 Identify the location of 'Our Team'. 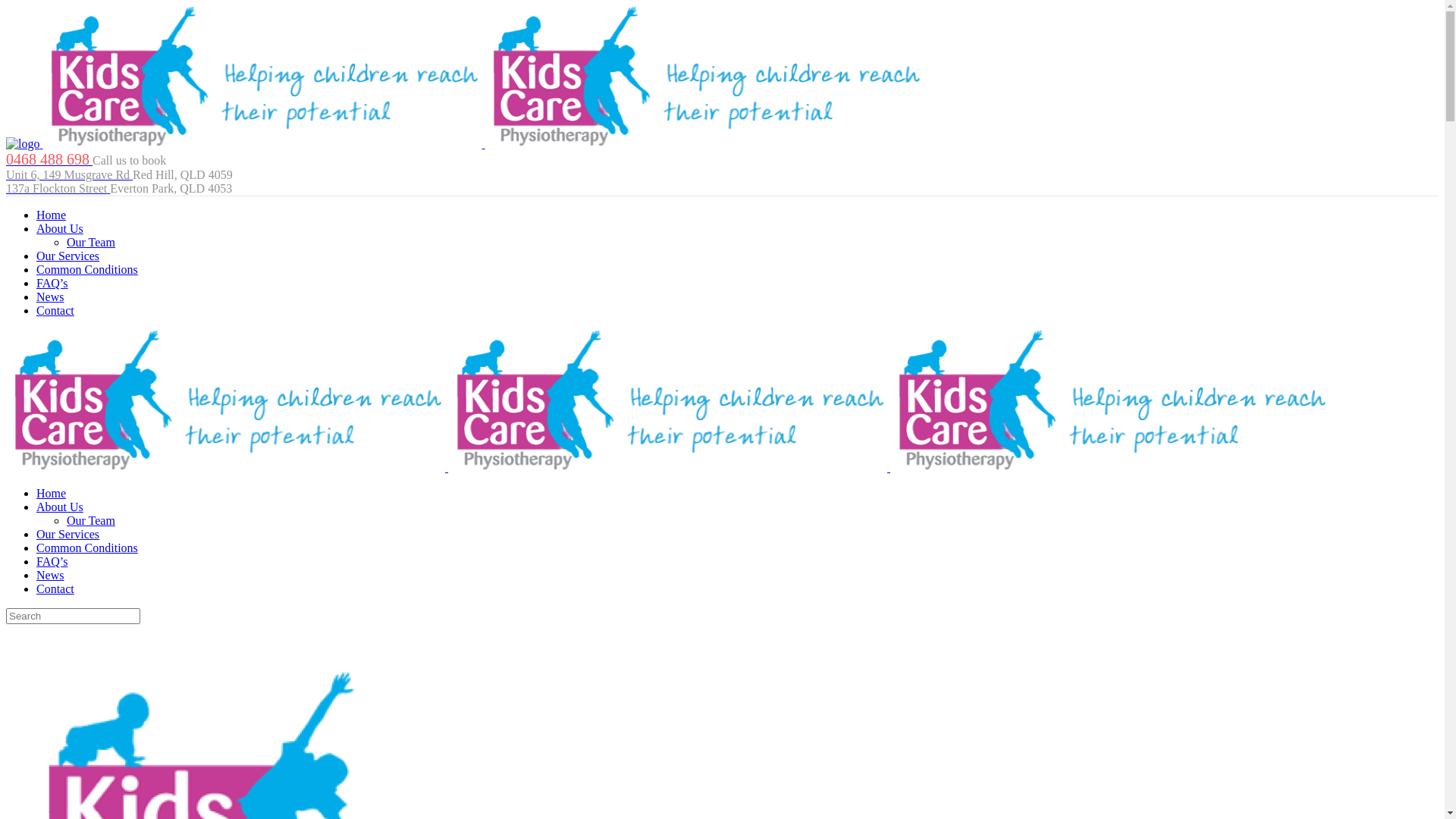
(65, 241).